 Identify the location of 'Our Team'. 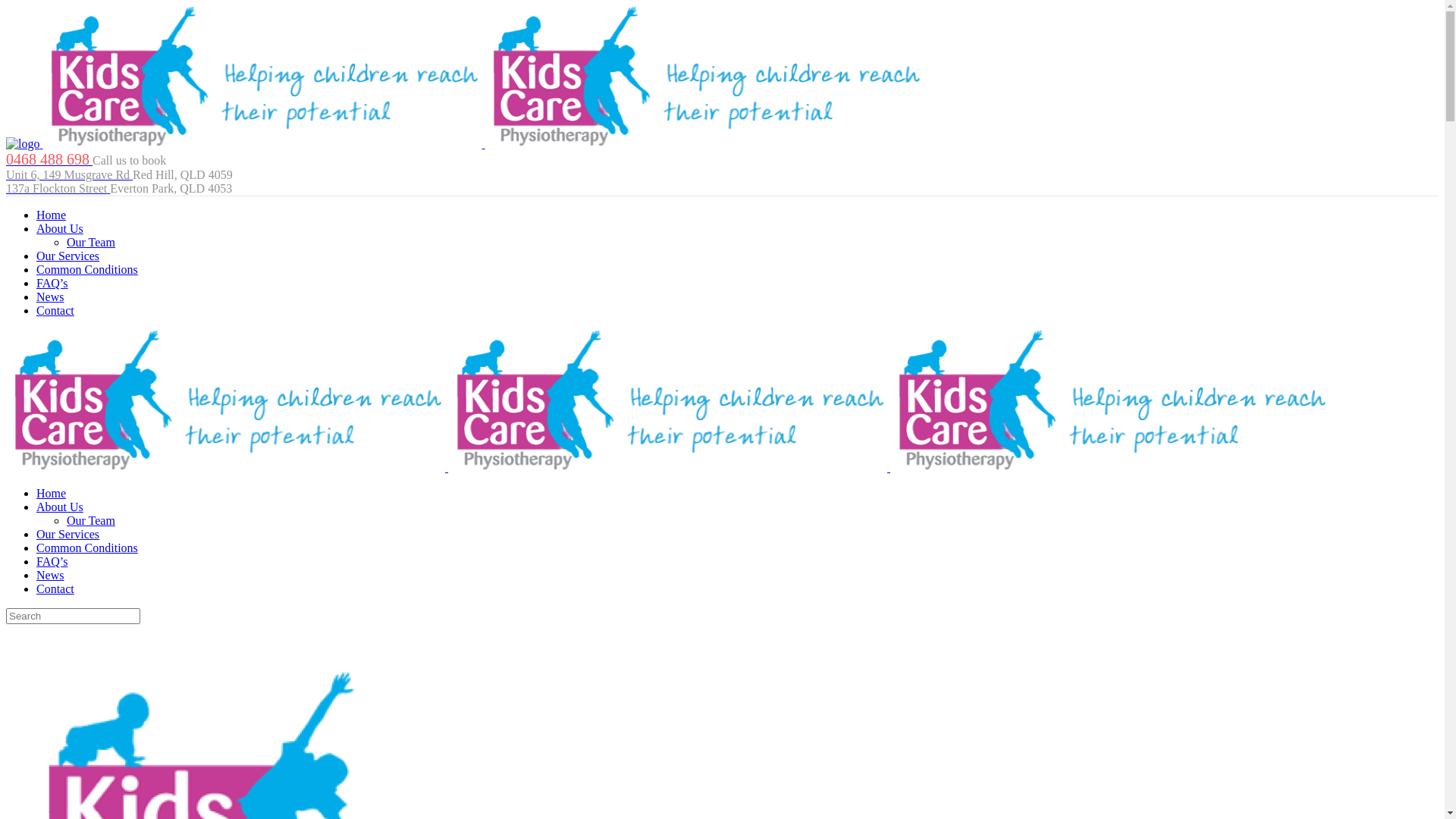
(65, 241).